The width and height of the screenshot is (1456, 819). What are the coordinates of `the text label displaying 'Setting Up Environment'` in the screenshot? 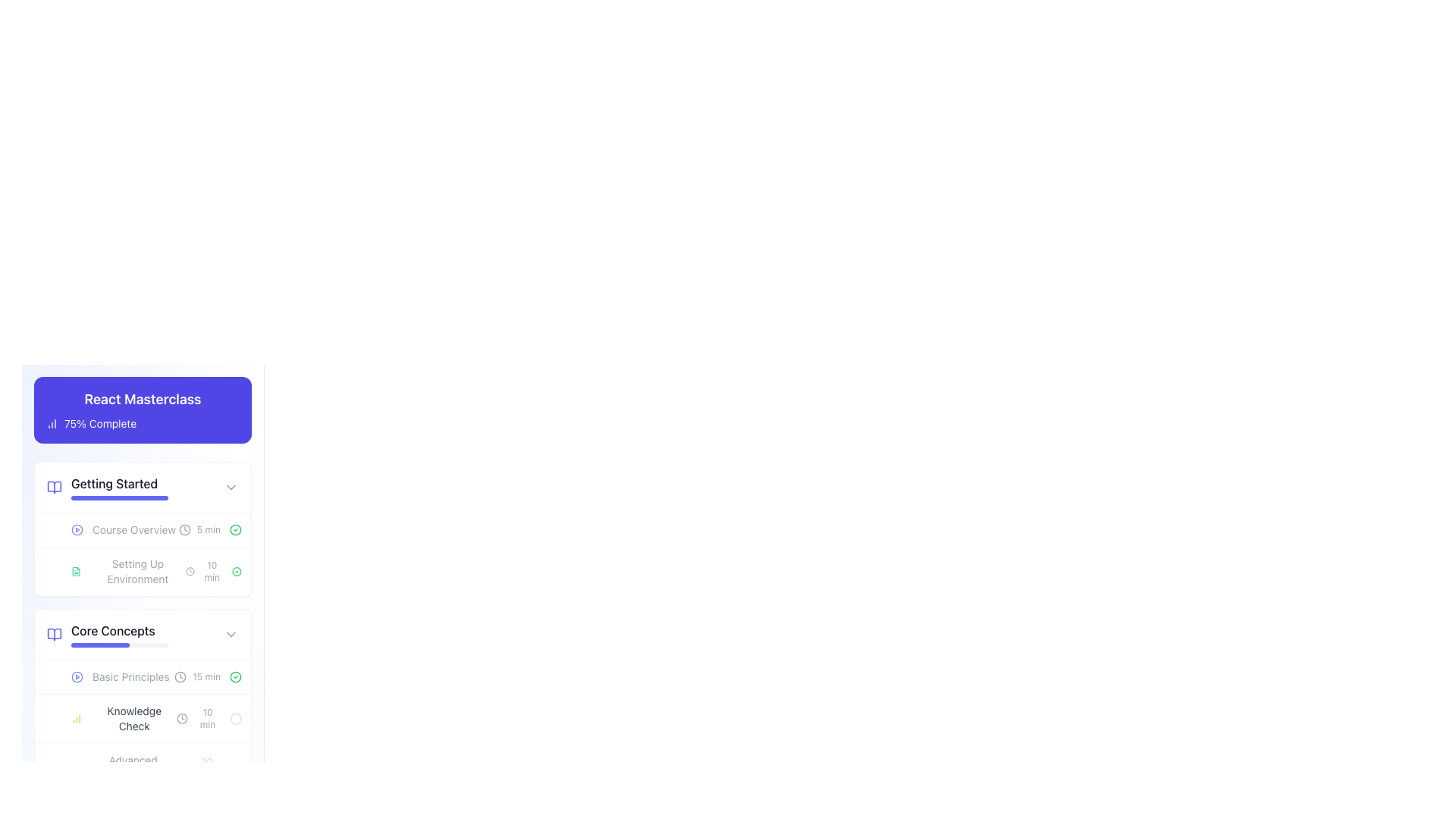 It's located at (128, 571).